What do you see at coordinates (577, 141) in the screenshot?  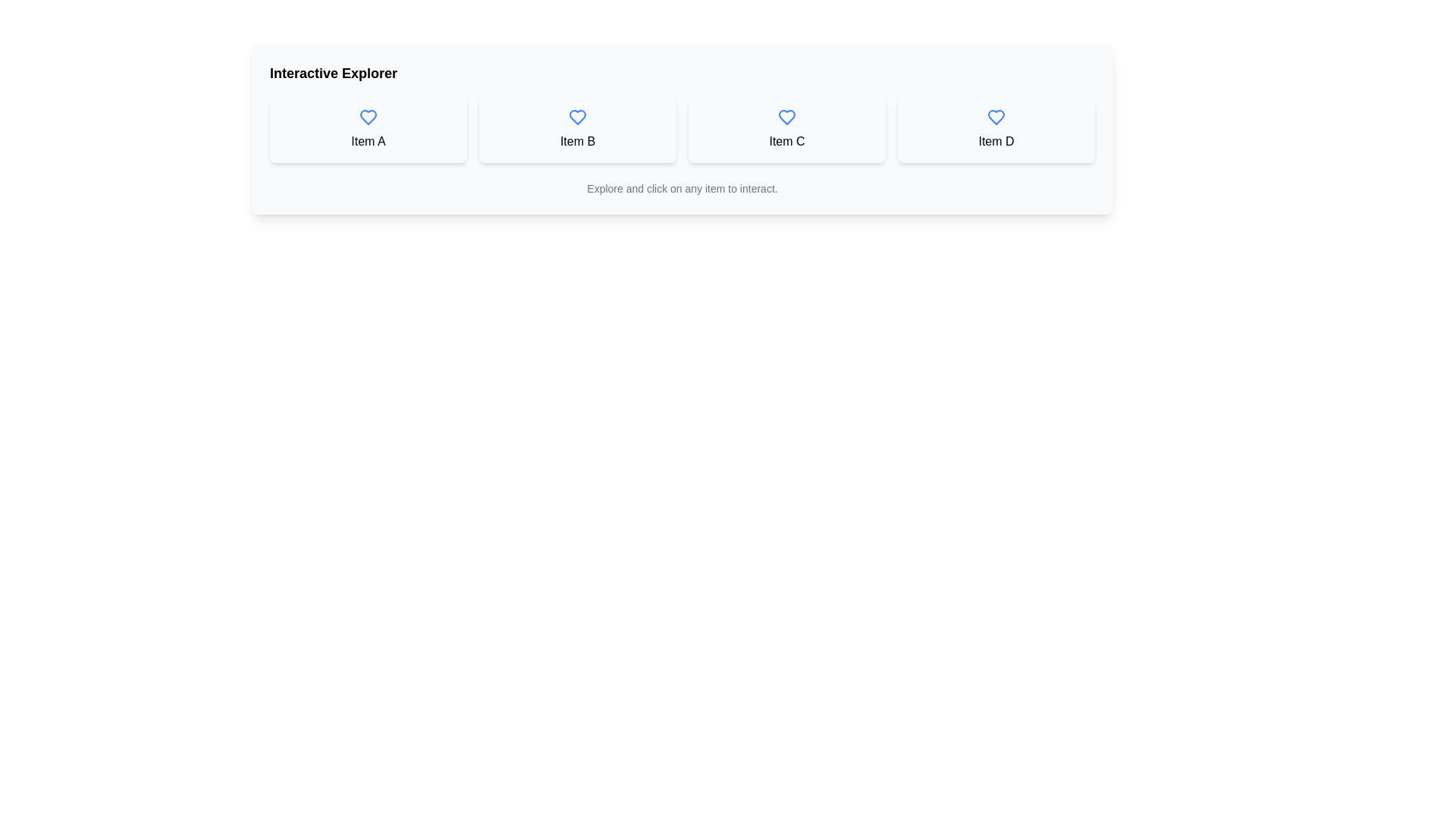 I see `the text label that identifies the second card in the list, located centrally below an icon and between 'Item A' and 'Item C'` at bounding box center [577, 141].